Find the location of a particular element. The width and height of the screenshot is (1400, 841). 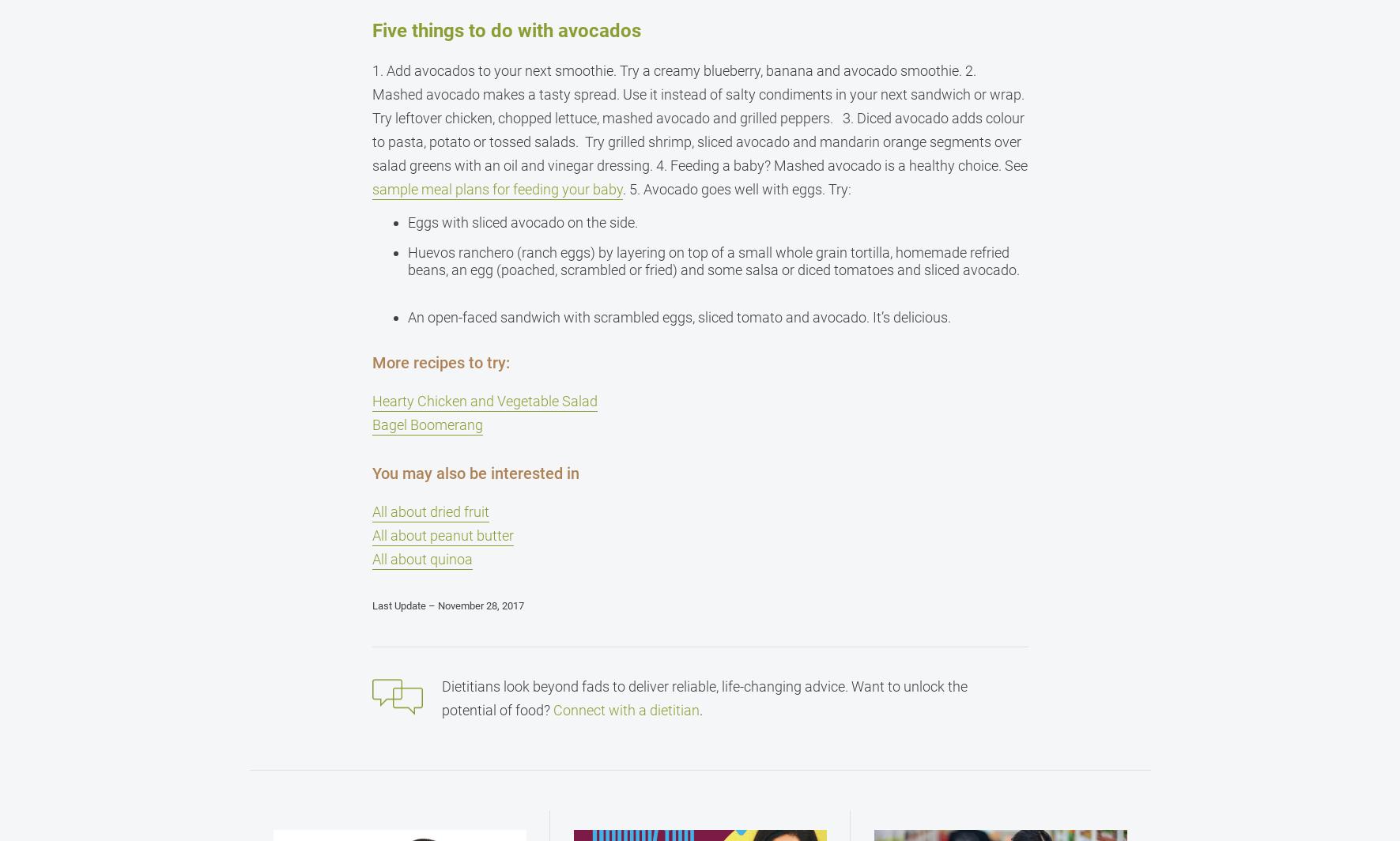

'All about peanut butter' is located at coordinates (441, 535).